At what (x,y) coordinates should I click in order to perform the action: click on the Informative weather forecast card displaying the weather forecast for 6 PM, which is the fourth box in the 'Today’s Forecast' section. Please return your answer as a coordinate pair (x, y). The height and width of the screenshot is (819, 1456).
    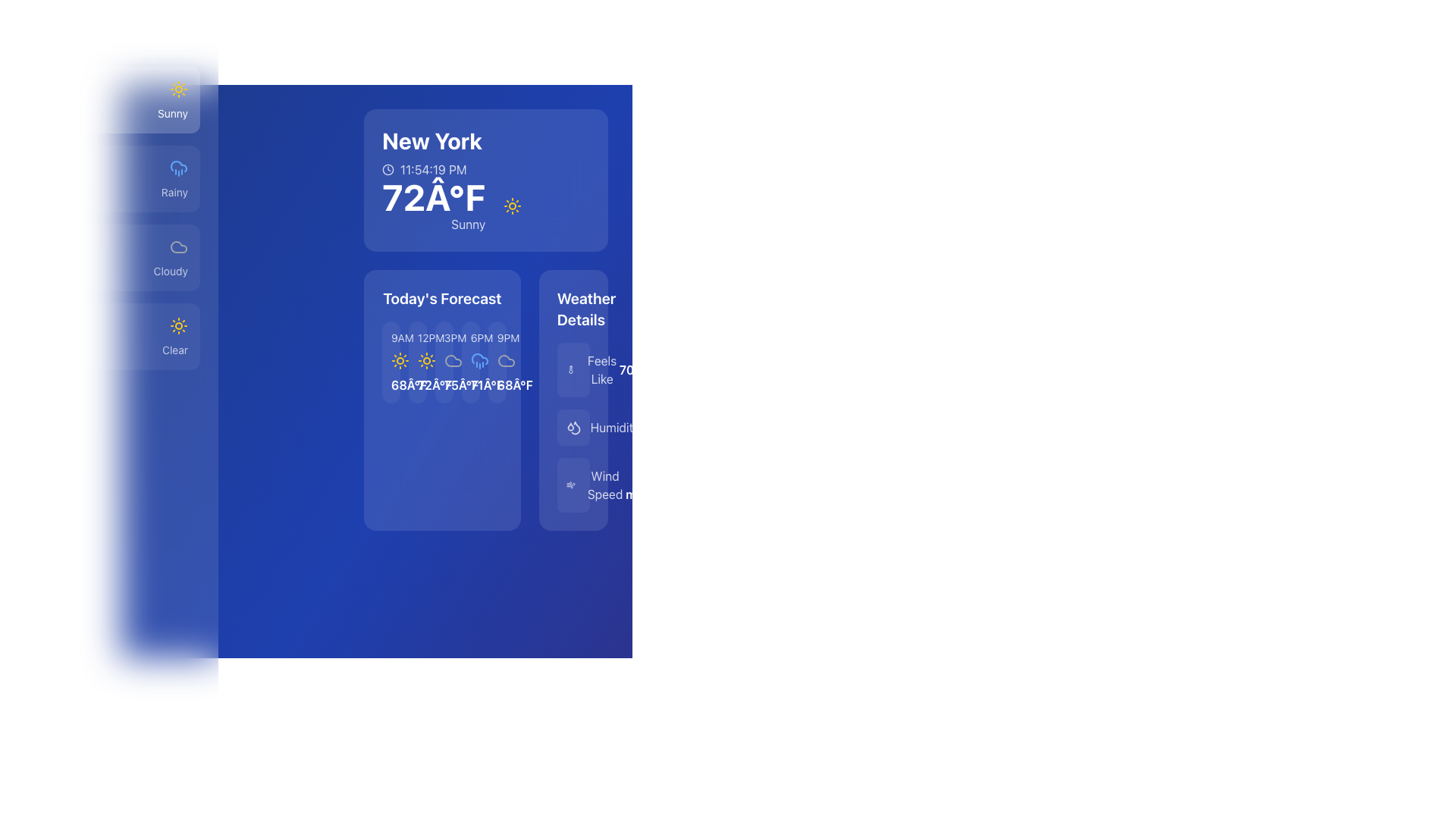
    Looking at the image, I should click on (469, 362).